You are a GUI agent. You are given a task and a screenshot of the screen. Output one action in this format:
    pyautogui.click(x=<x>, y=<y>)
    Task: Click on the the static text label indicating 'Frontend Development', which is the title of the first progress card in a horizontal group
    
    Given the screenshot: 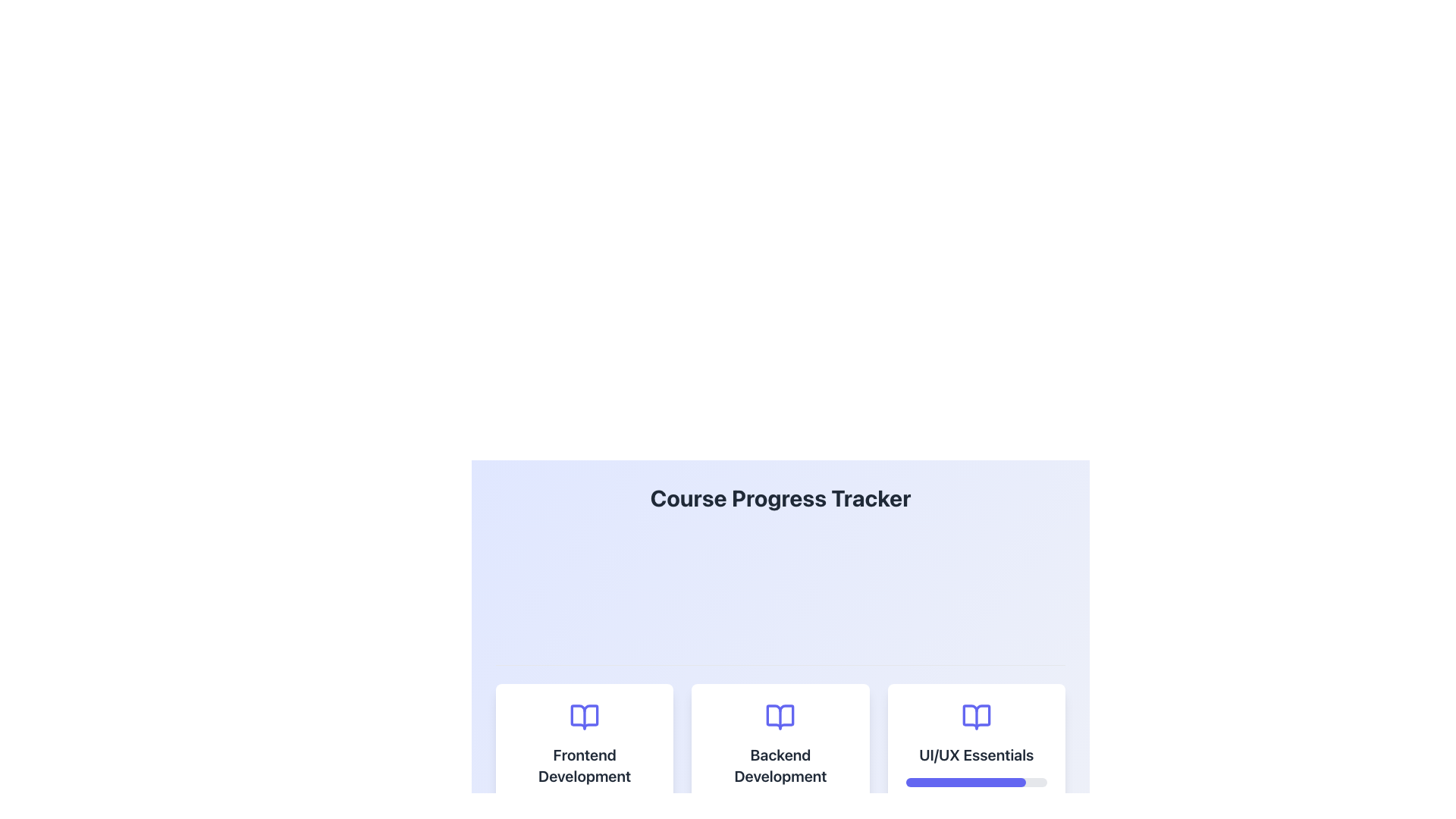 What is the action you would take?
    pyautogui.click(x=584, y=766)
    